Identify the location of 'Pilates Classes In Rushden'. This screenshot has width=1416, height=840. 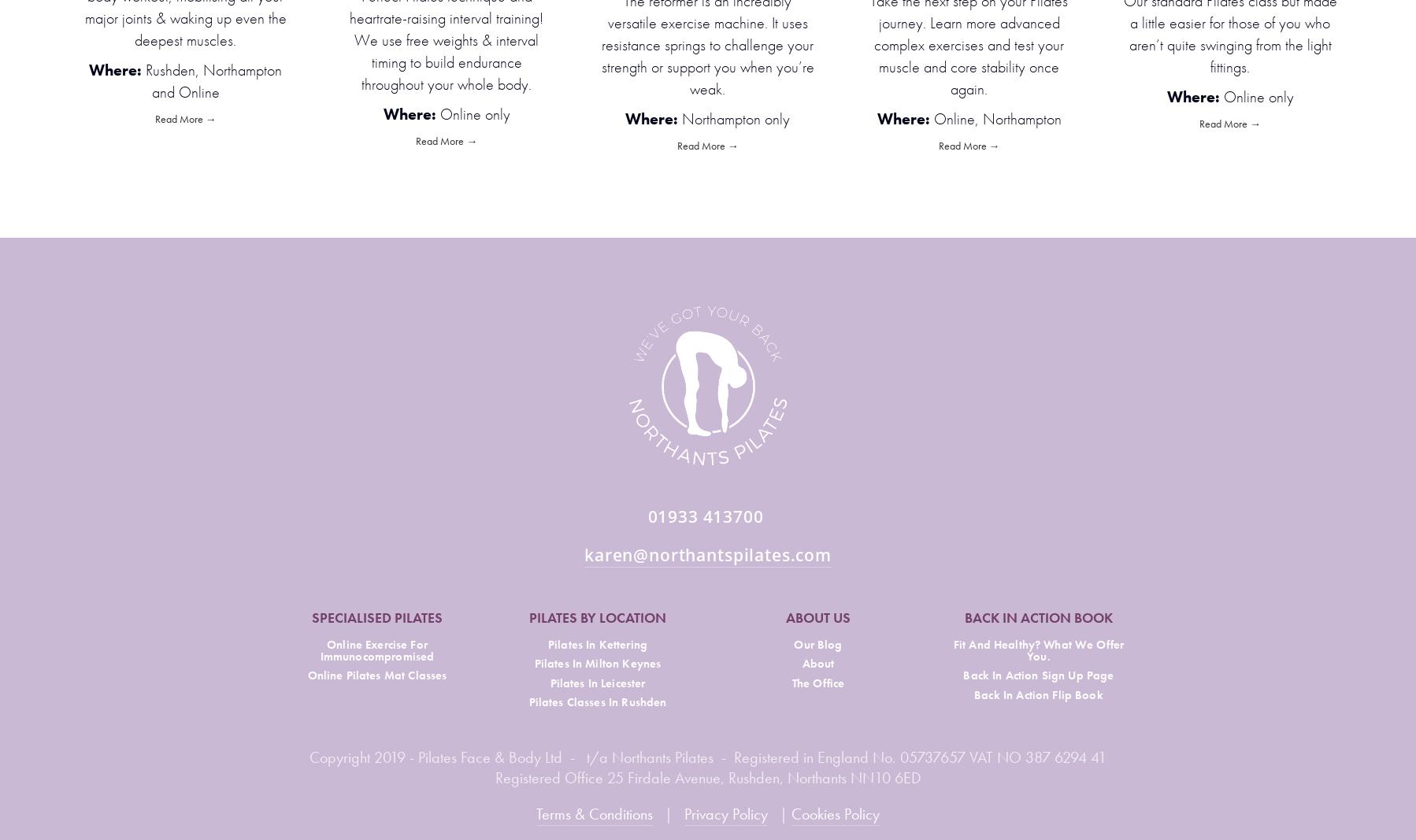
(528, 701).